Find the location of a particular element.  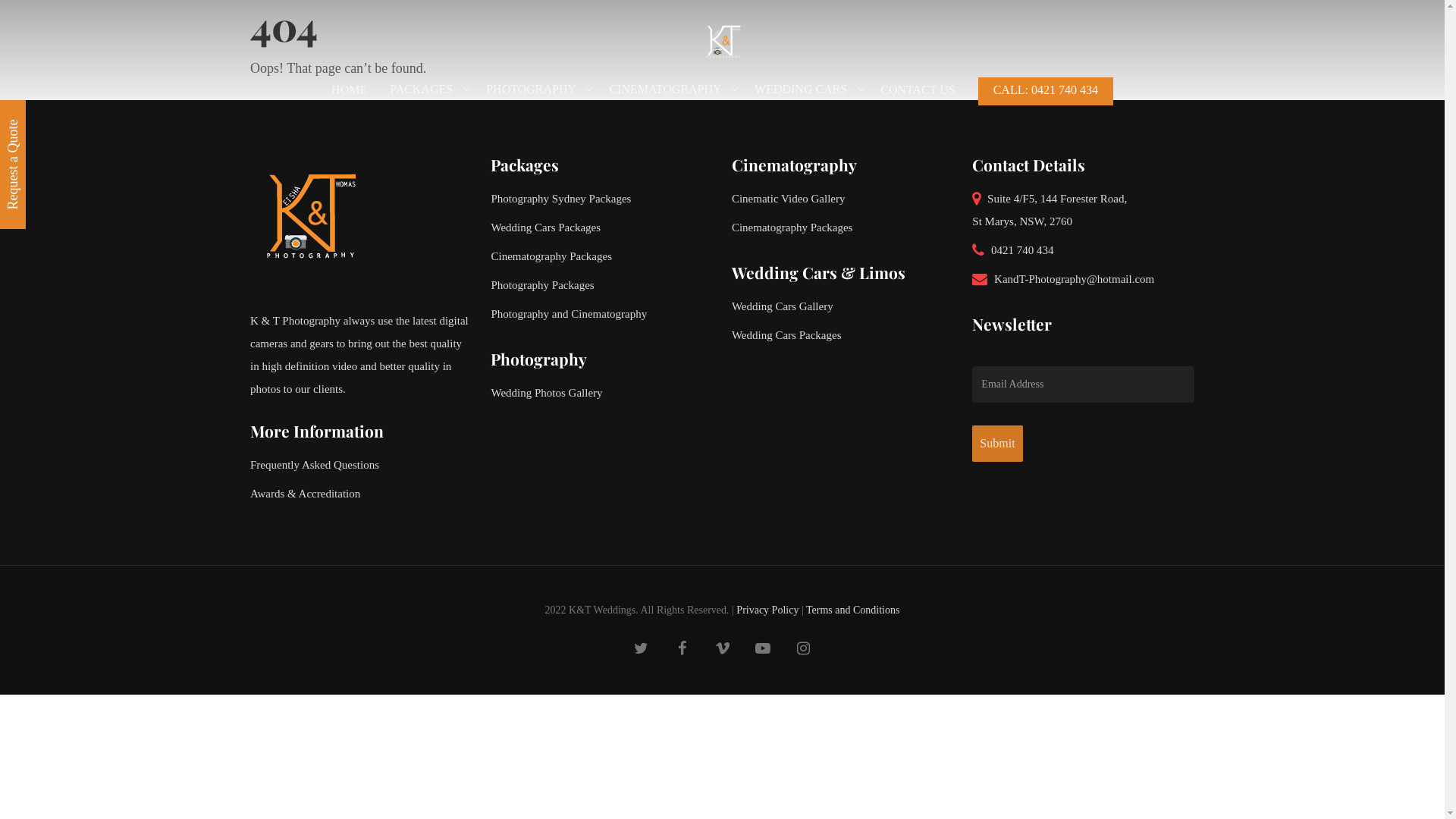

'Cinematography Packages' is located at coordinates (842, 227).